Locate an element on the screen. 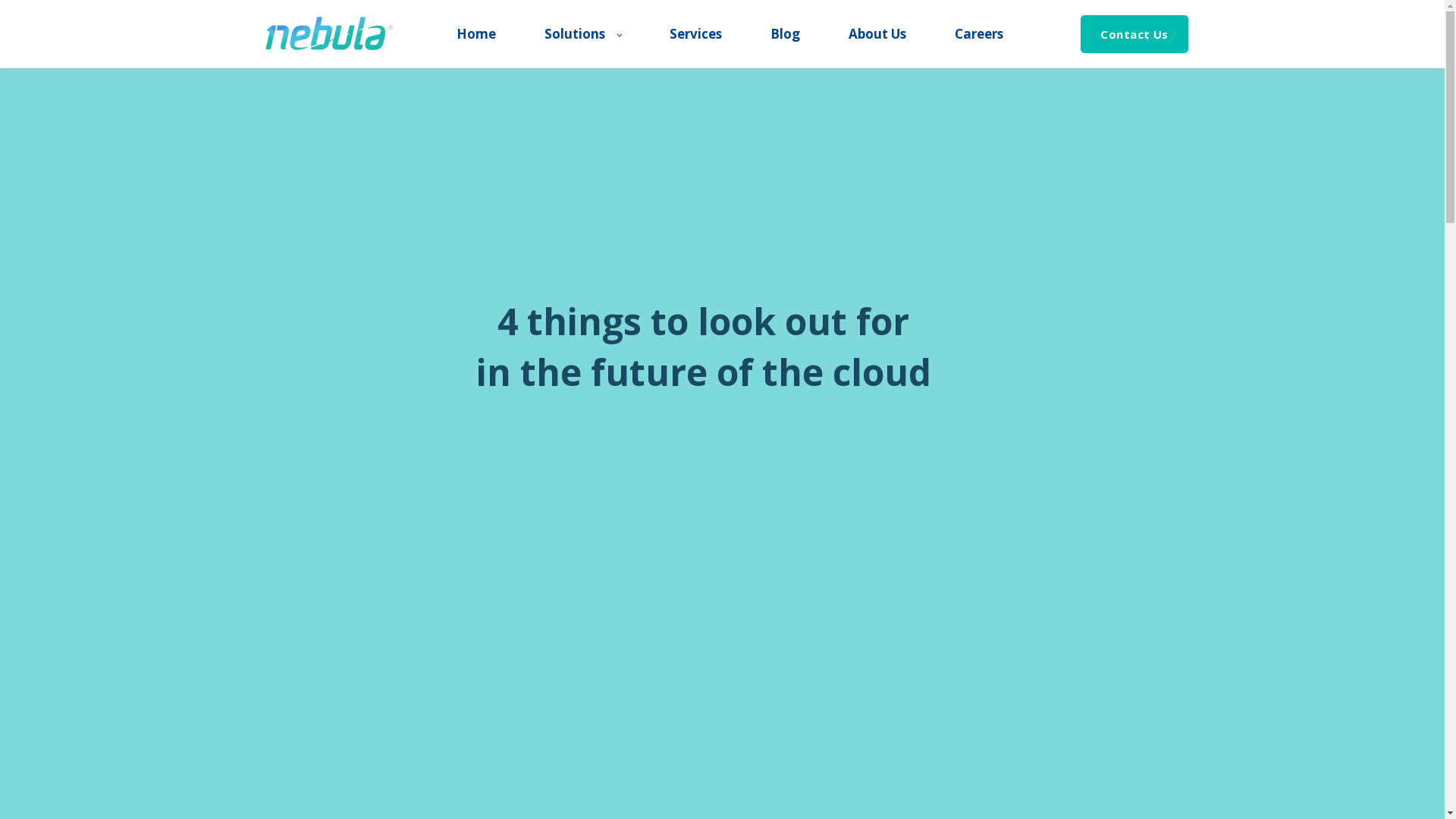 Image resolution: width=1456 pixels, height=819 pixels. 'Blog' is located at coordinates (770, 34).